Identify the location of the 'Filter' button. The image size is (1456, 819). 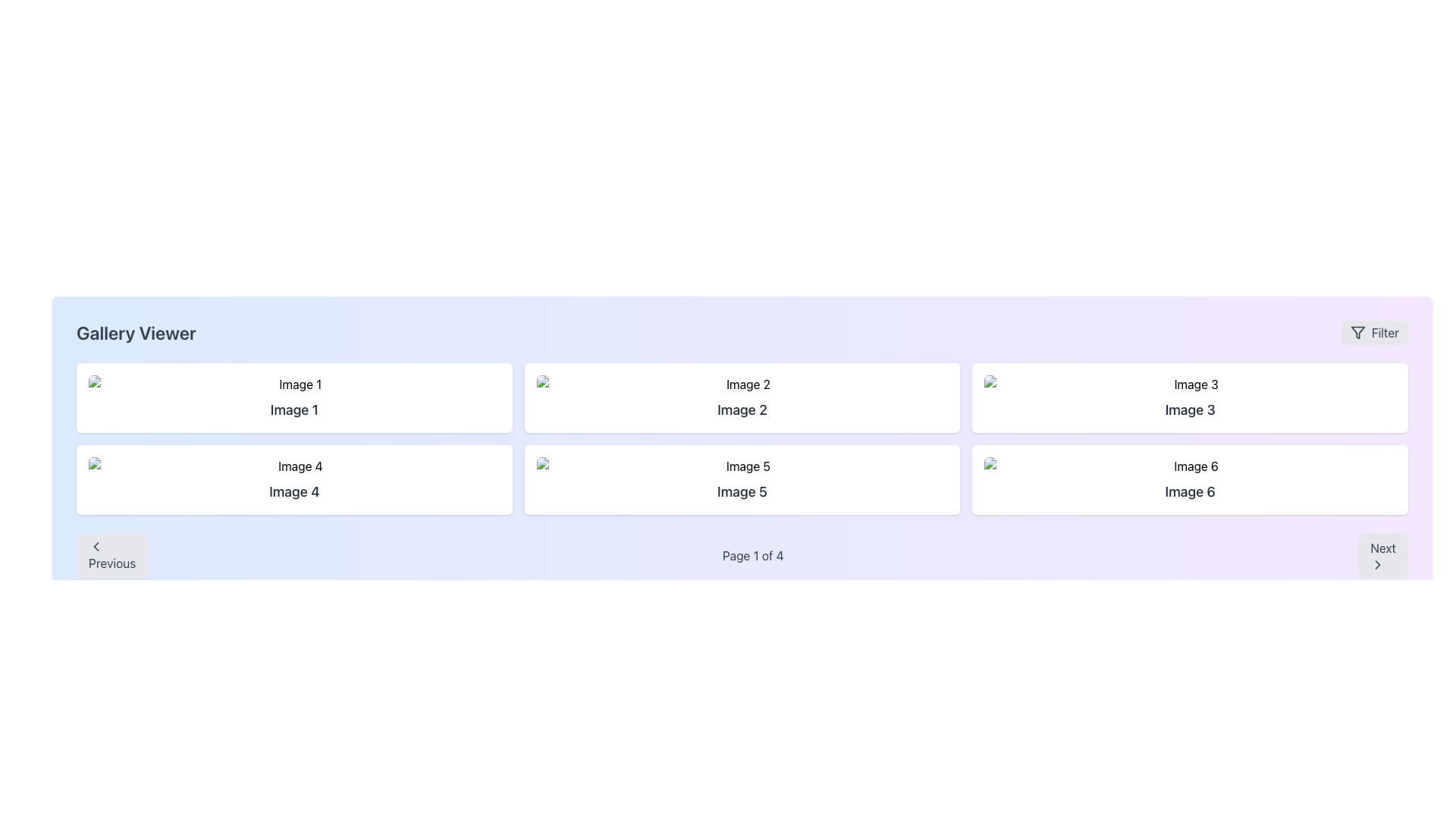
(1374, 332).